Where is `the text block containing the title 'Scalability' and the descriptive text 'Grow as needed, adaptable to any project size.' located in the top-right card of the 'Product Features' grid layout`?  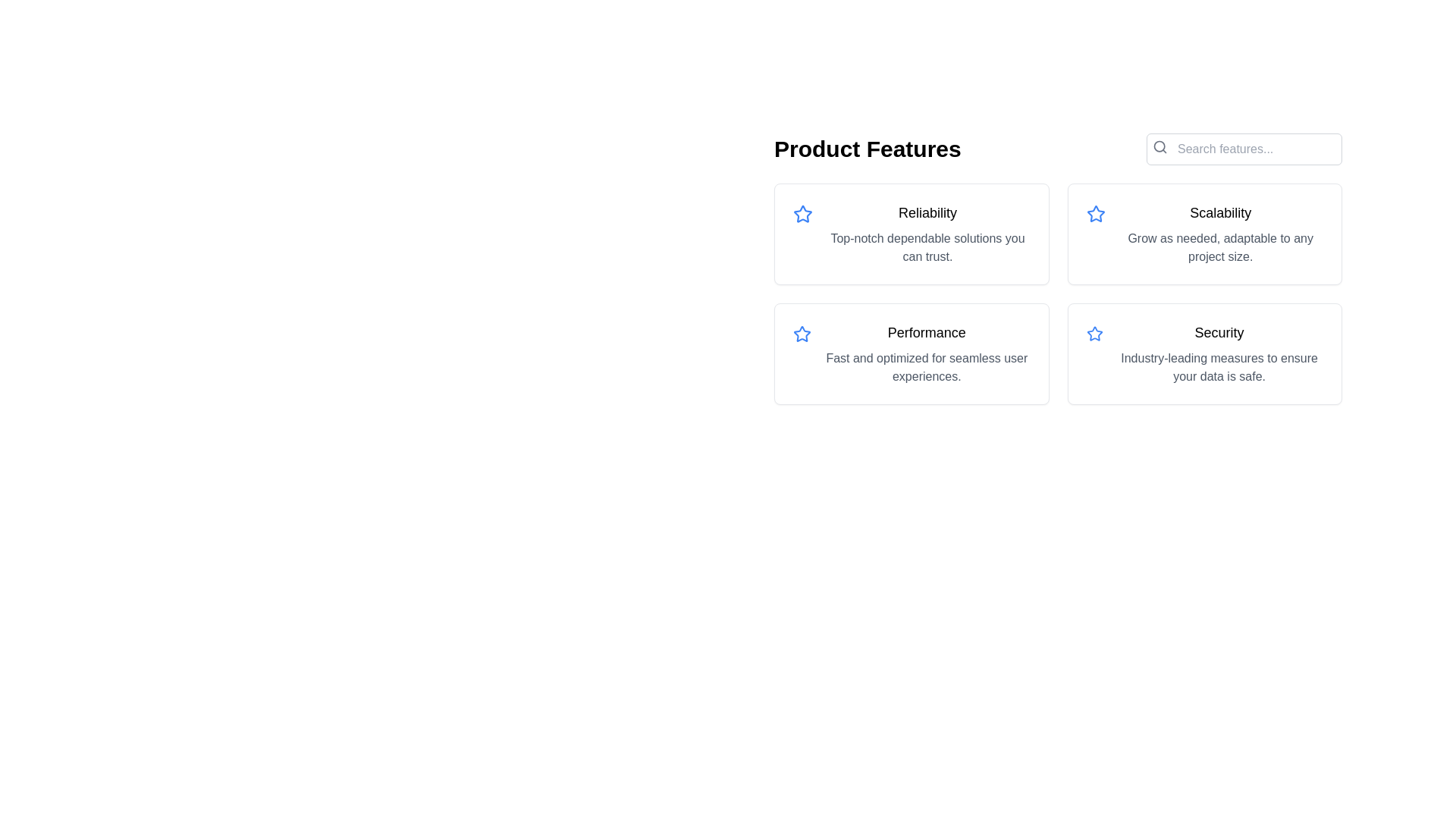
the text block containing the title 'Scalability' and the descriptive text 'Grow as needed, adaptable to any project size.' located in the top-right card of the 'Product Features' grid layout is located at coordinates (1220, 234).